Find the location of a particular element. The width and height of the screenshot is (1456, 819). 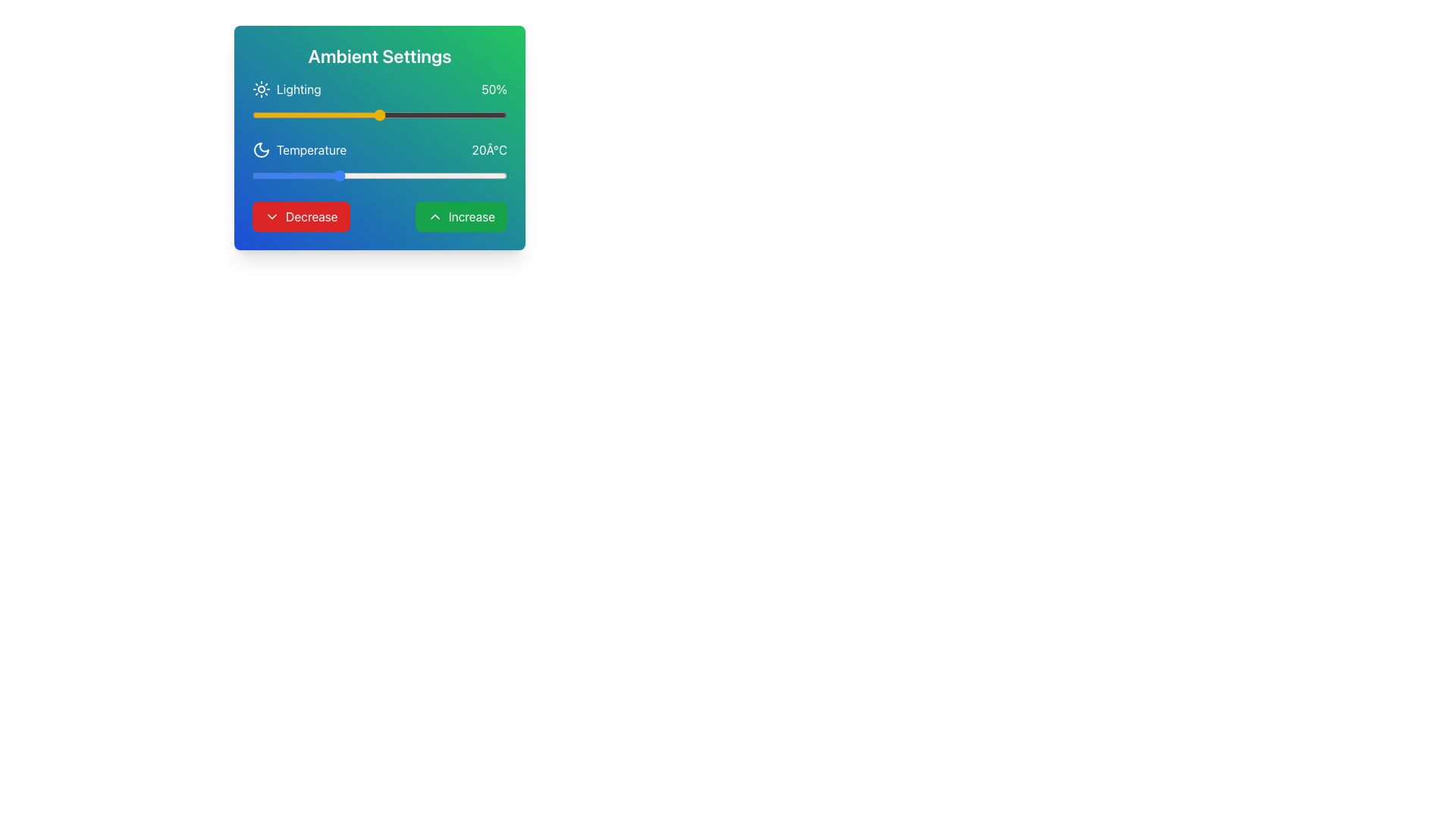

the lighting level is located at coordinates (372, 114).